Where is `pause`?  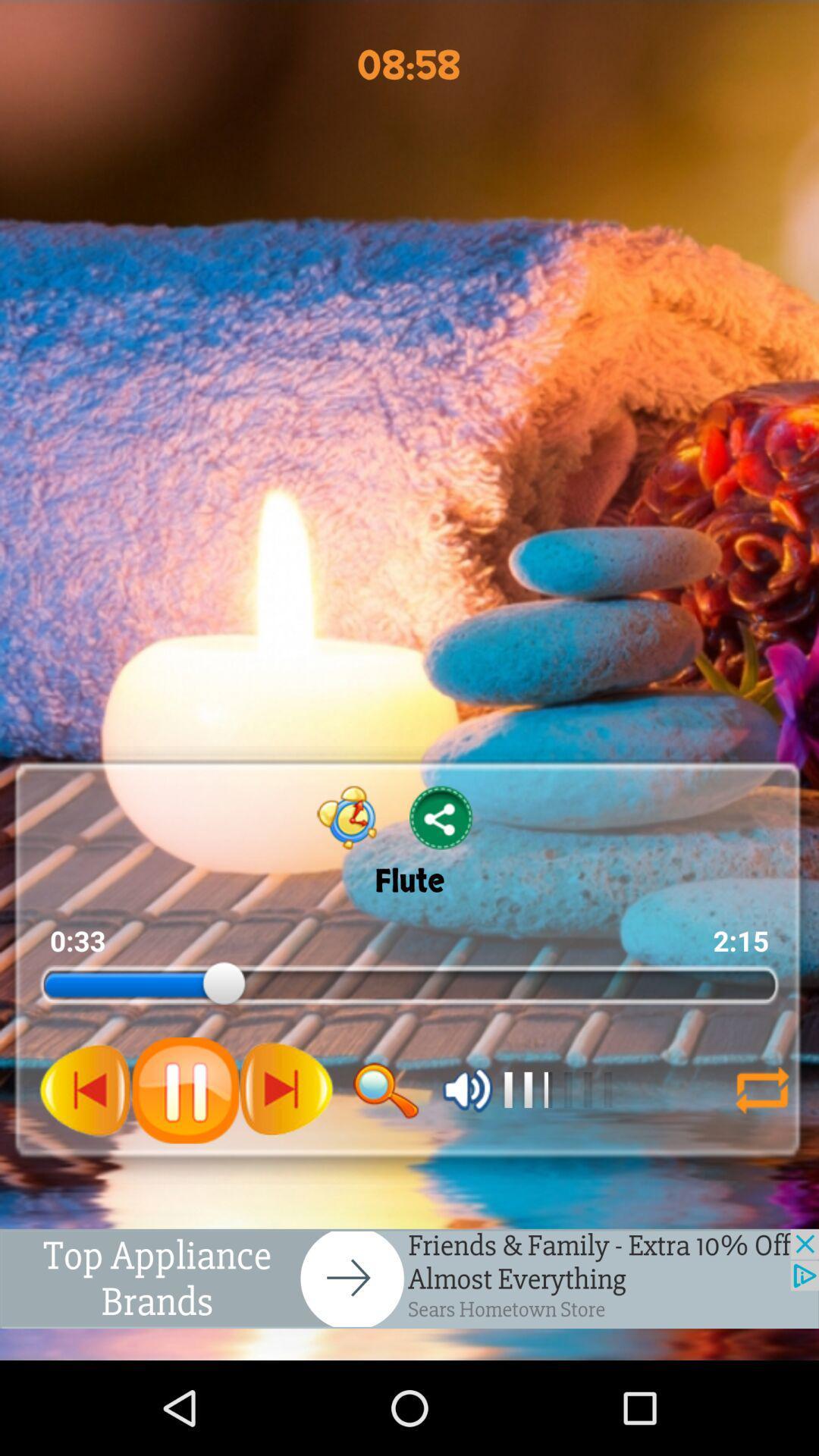
pause is located at coordinates (86, 1089).